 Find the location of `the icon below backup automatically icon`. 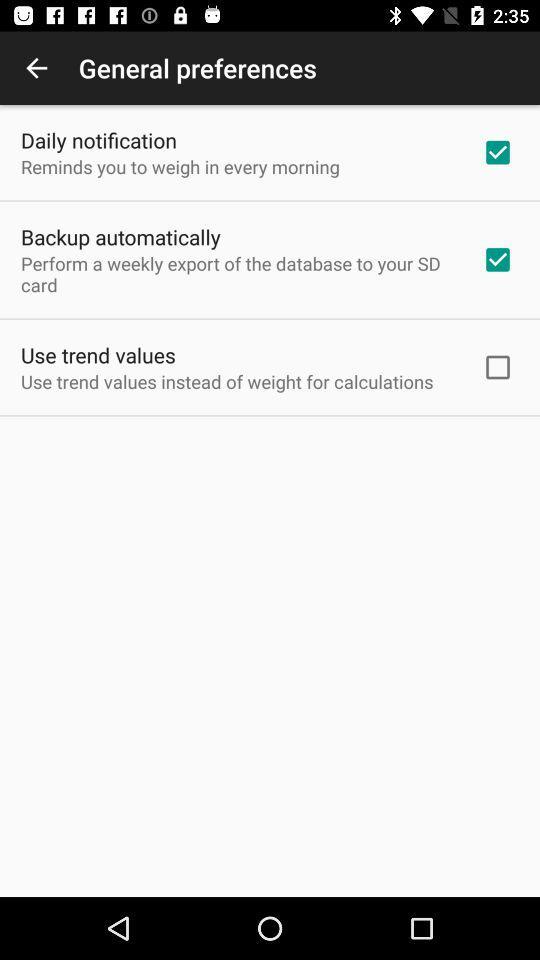

the icon below backup automatically icon is located at coordinates (238, 273).